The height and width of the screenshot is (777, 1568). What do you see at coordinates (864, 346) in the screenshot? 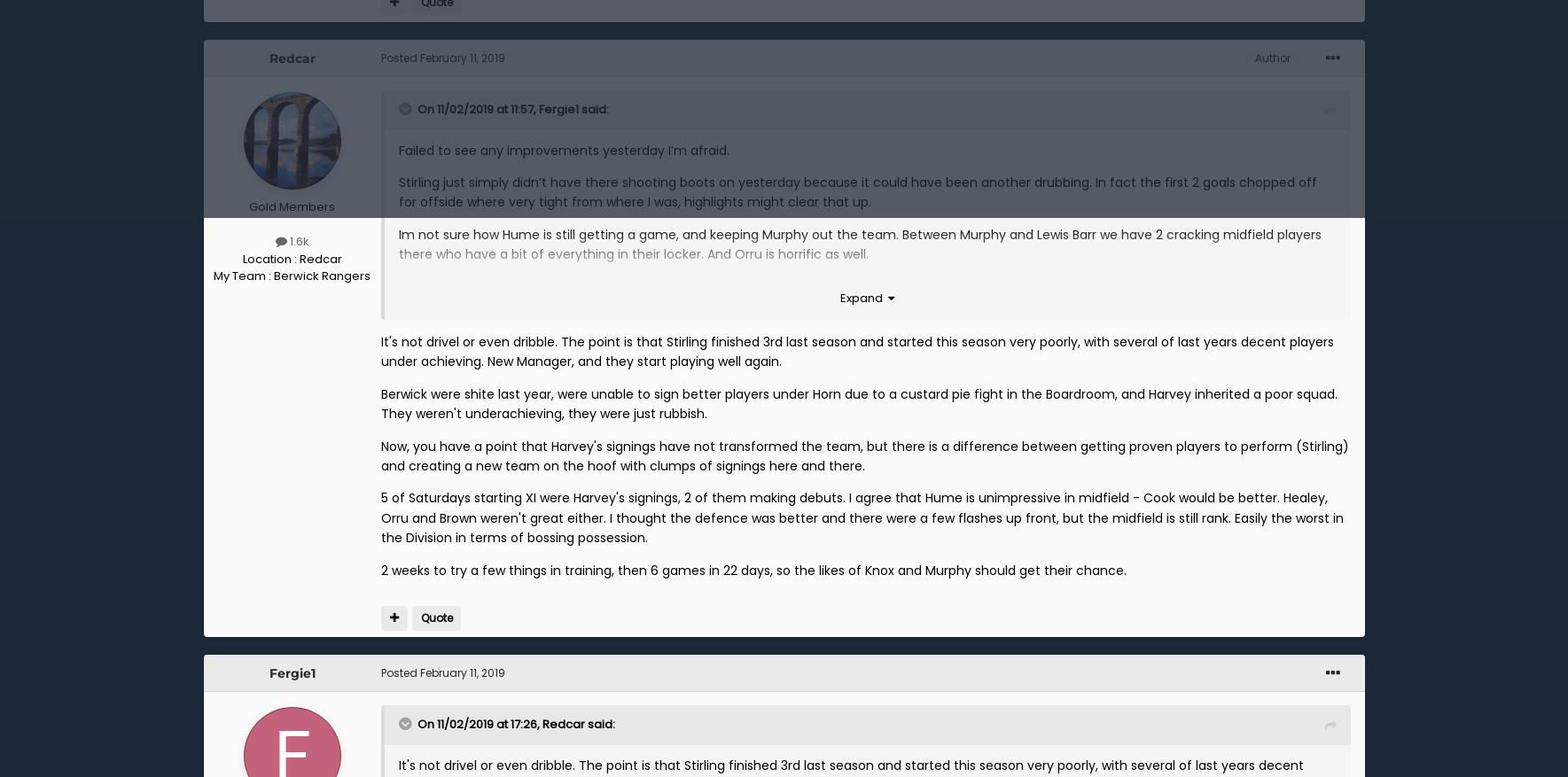
I see `'Regarding the comments in the difference between Stirling and us when managers took over, was the squads inherited. Jonny has brought in about 9 of his own players and moved on 5/6 from squad he inherited, so that is a lot of dribble.'` at bounding box center [864, 346].